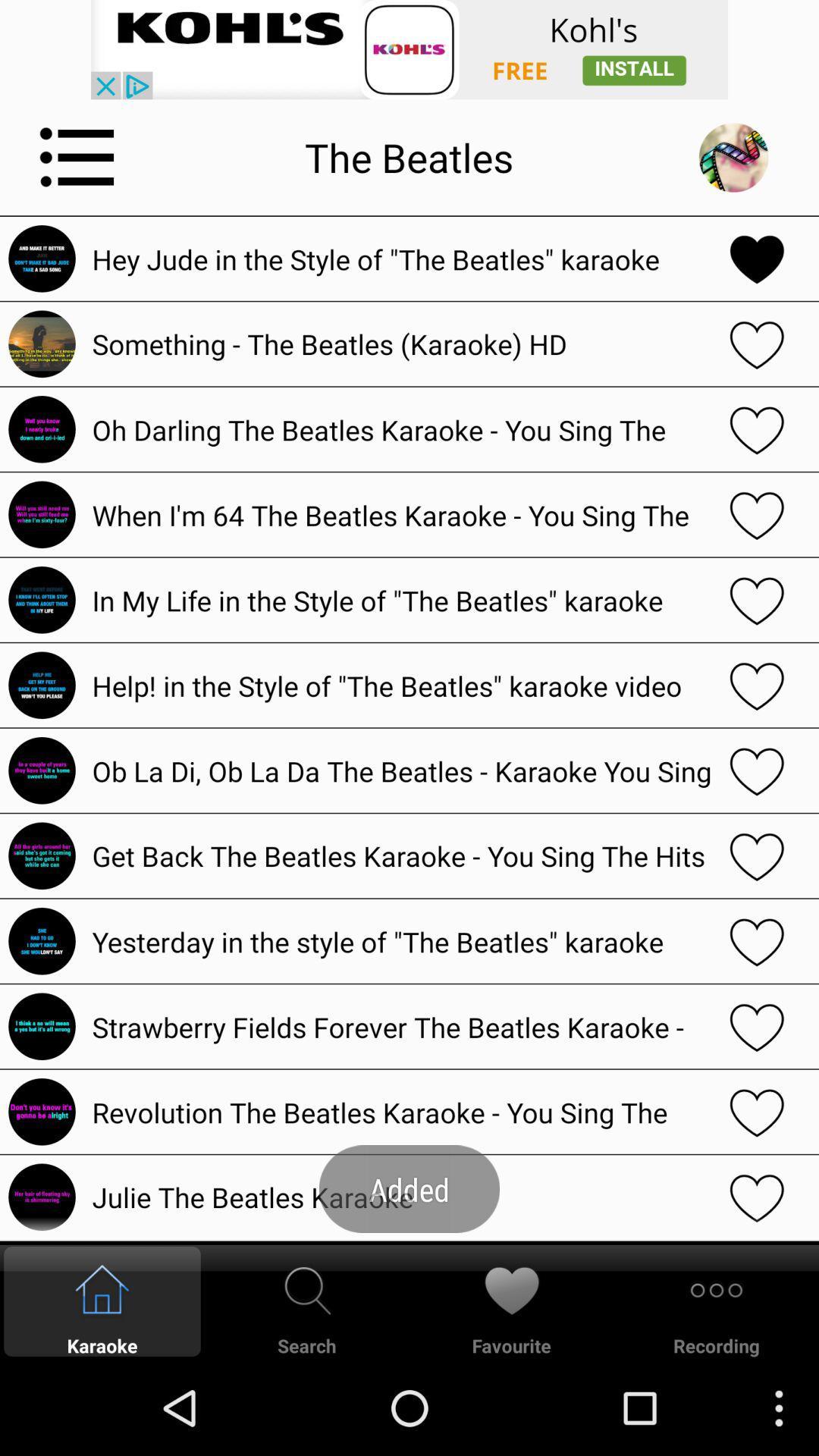 Image resolution: width=819 pixels, height=1456 pixels. Describe the element at coordinates (757, 599) in the screenshot. I see `favorites option` at that location.